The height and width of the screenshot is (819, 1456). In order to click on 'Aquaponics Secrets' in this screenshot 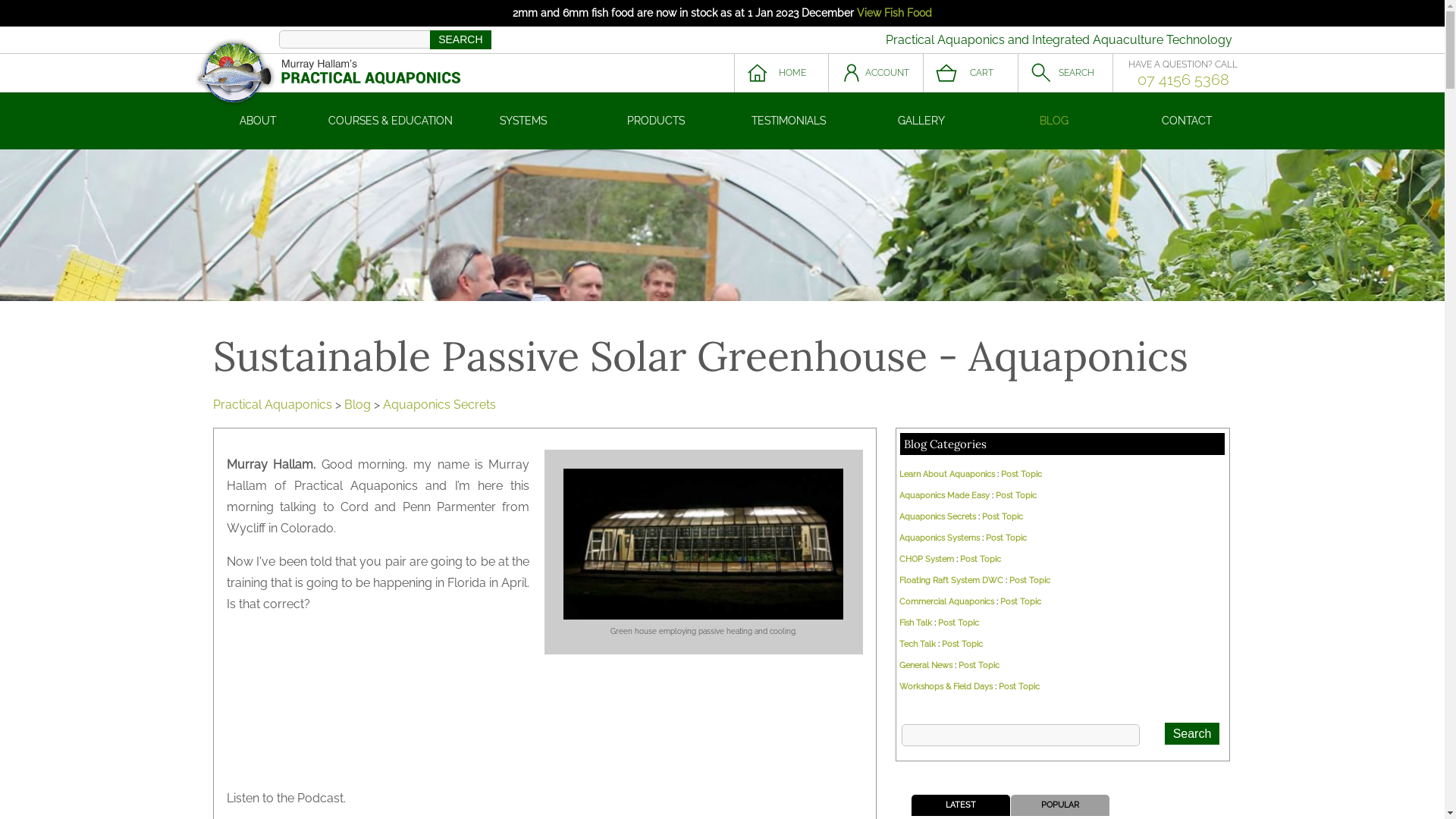, I will do `click(438, 403)`.